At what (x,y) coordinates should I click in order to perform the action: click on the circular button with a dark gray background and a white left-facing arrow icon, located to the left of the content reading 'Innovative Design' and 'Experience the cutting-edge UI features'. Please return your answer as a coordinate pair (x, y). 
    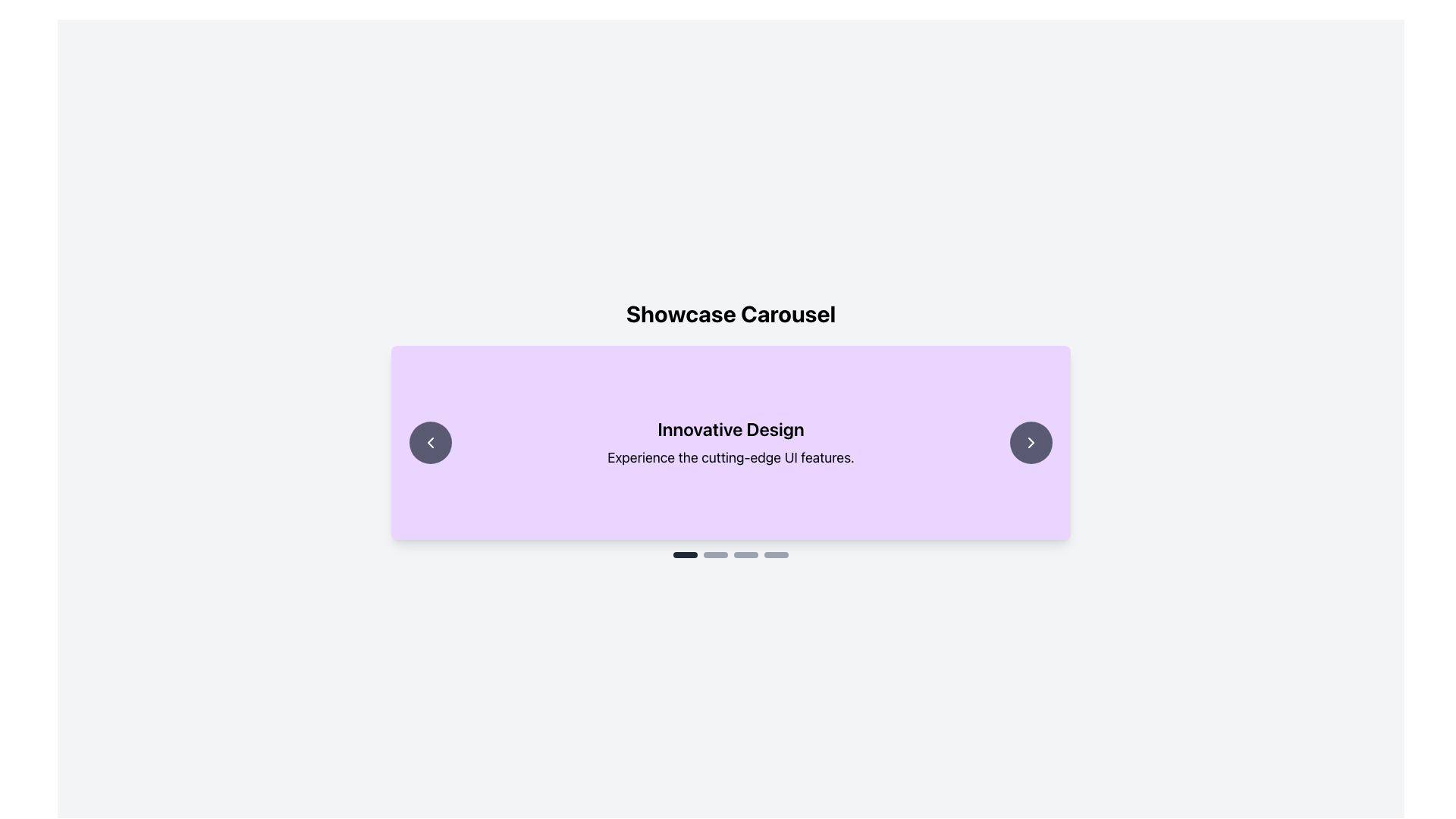
    Looking at the image, I should click on (429, 442).